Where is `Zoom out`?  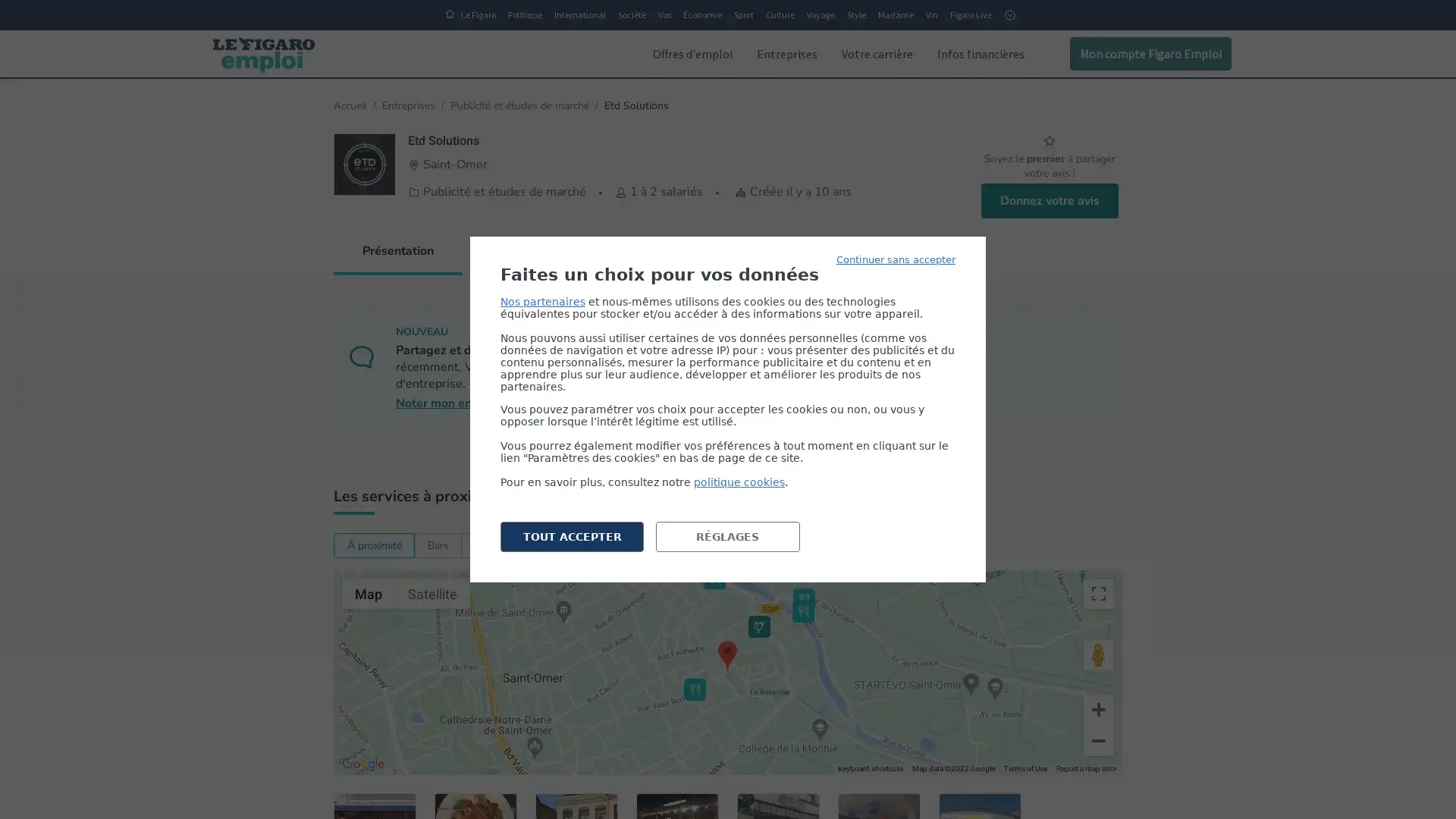
Zoom out is located at coordinates (1099, 739).